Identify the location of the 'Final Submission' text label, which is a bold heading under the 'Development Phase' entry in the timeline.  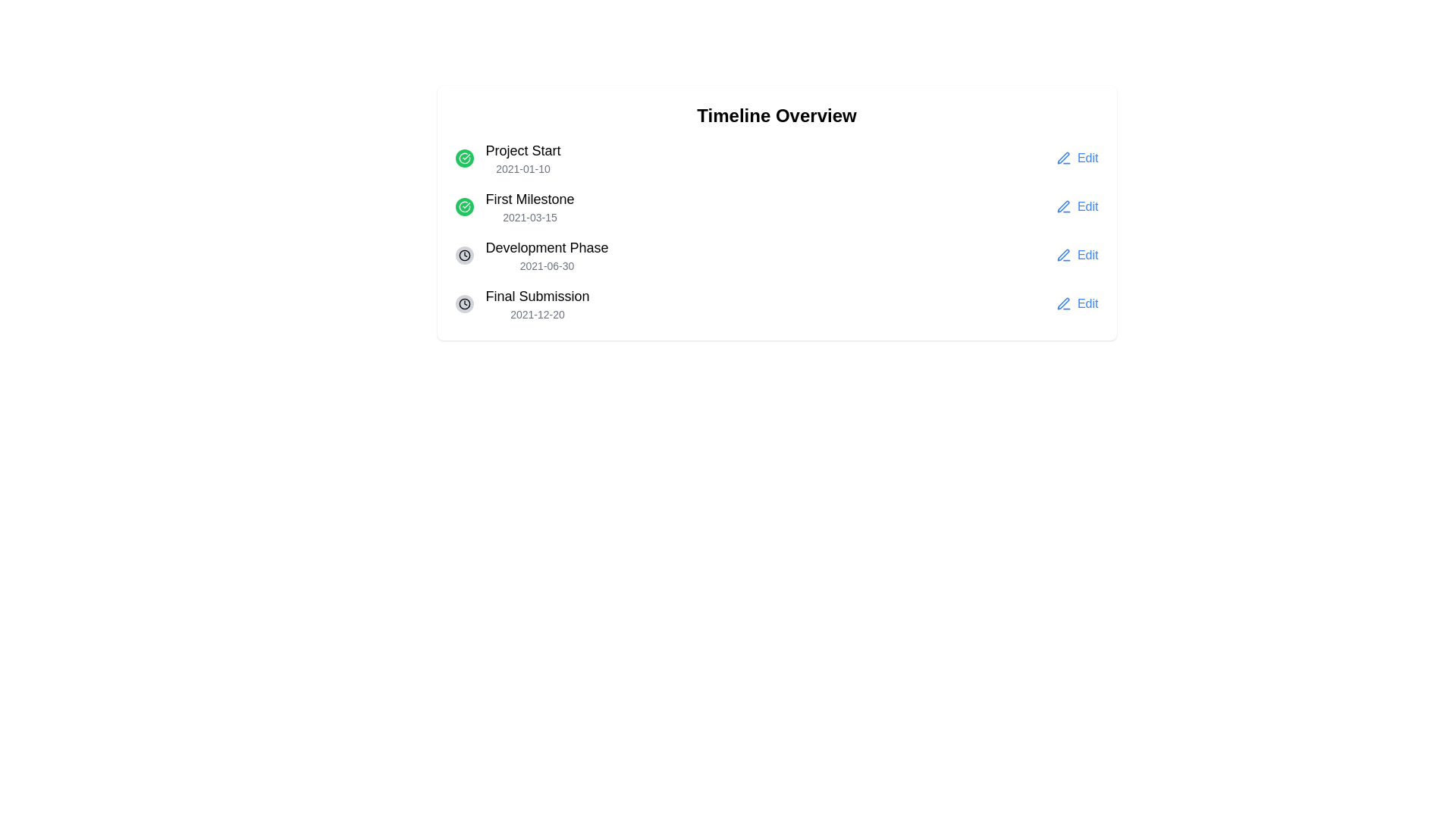
(538, 296).